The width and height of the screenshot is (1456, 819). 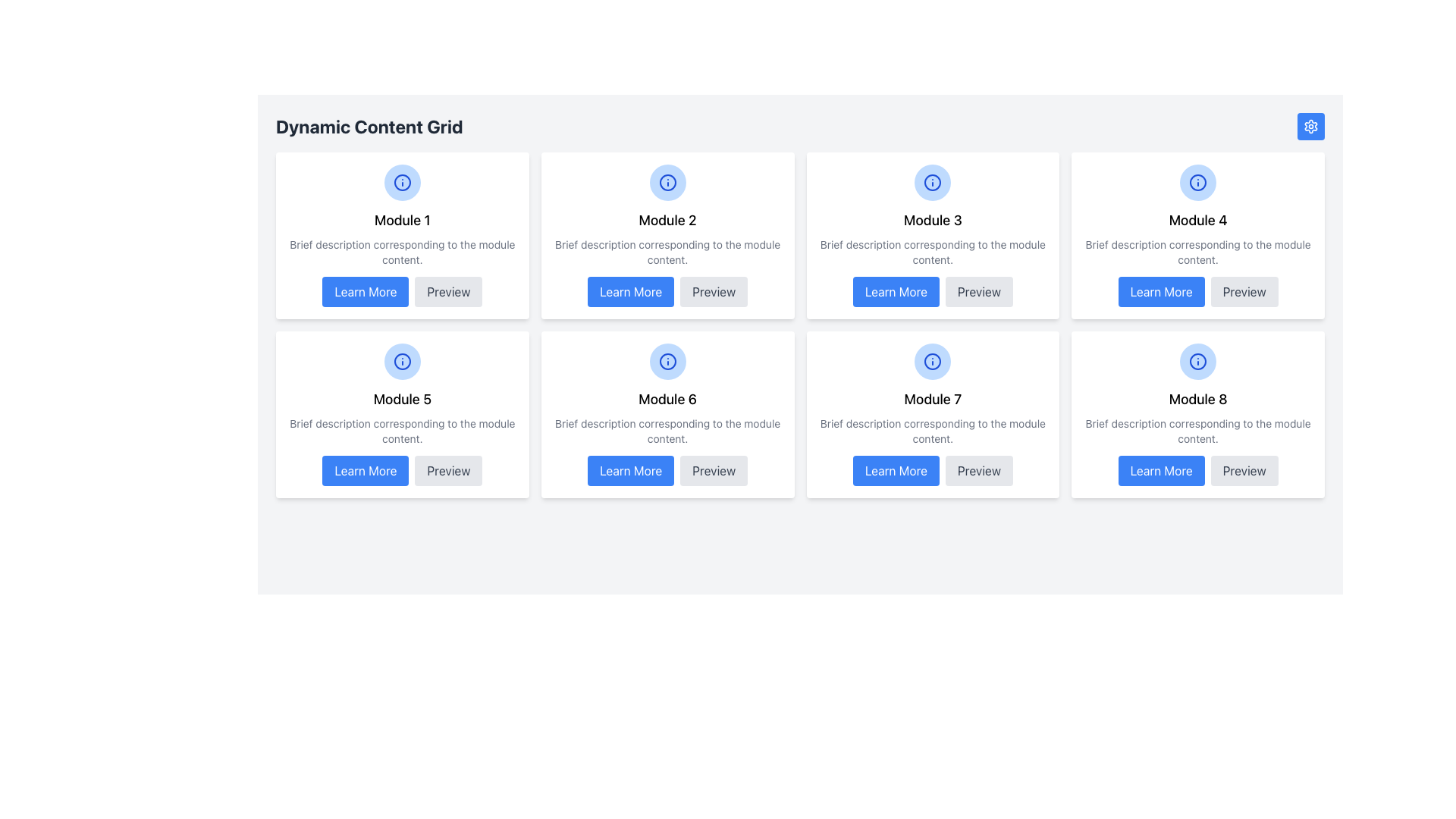 What do you see at coordinates (366, 470) in the screenshot?
I see `the 'Learn More' button with a rounded appearance and white text on a blue background` at bounding box center [366, 470].